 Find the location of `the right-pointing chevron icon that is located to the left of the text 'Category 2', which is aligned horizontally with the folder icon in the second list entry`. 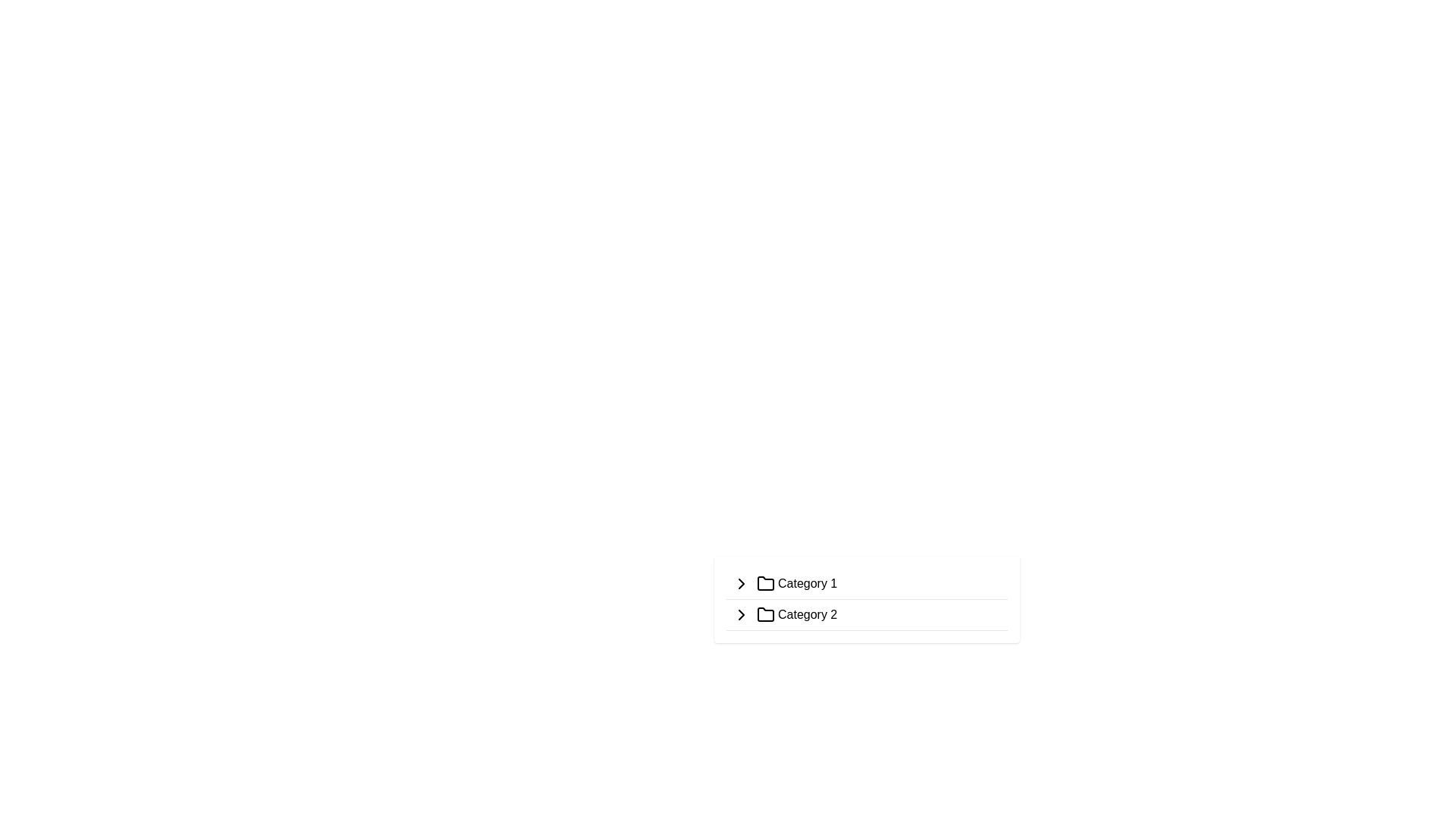

the right-pointing chevron icon that is located to the left of the text 'Category 2', which is aligned horizontally with the folder icon in the second list entry is located at coordinates (742, 614).